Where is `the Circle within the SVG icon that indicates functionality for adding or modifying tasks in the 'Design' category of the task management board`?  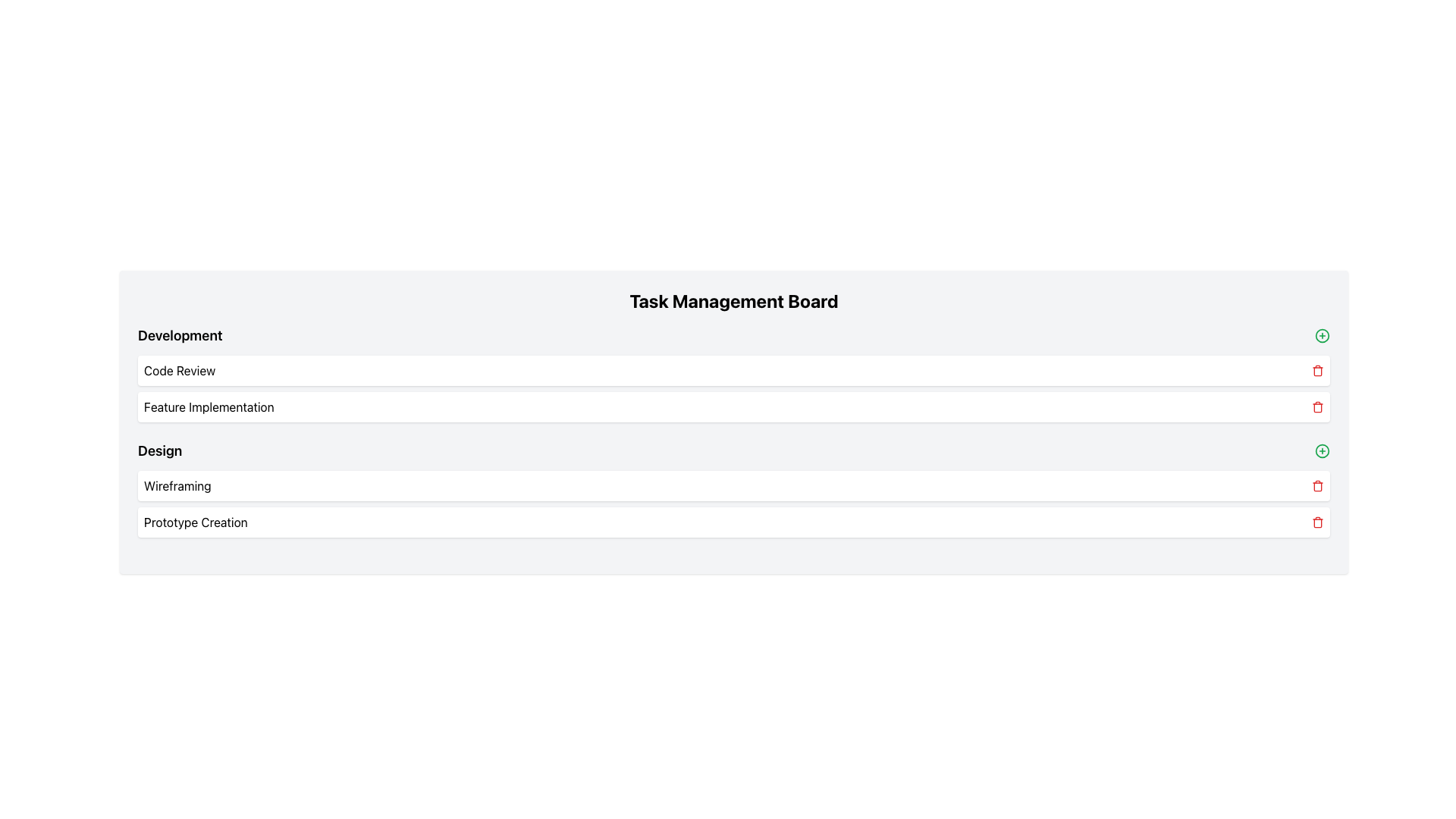
the Circle within the SVG icon that indicates functionality for adding or modifying tasks in the 'Design' category of the task management board is located at coordinates (1321, 450).